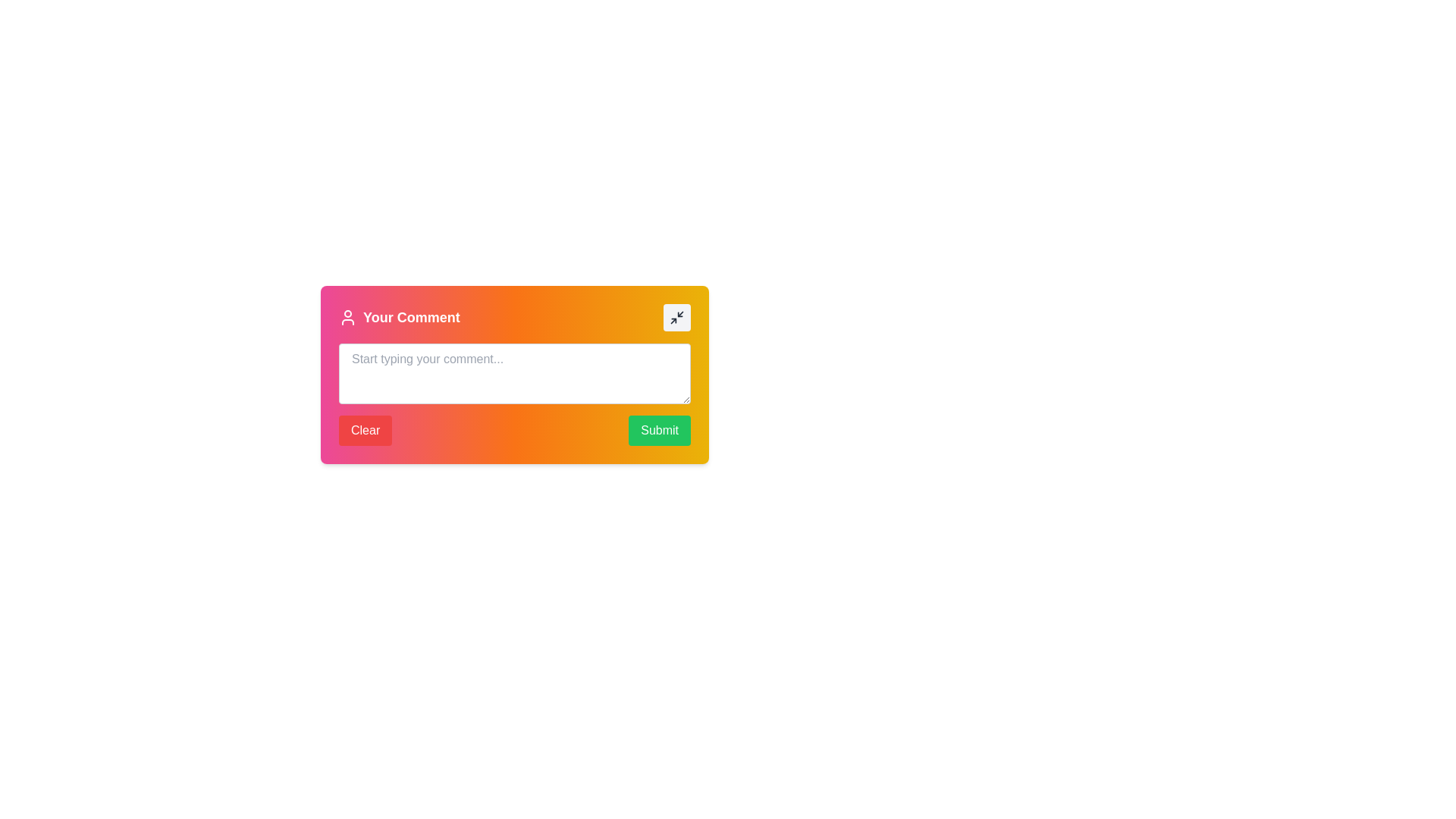 Image resolution: width=1456 pixels, height=819 pixels. What do you see at coordinates (366, 430) in the screenshot?
I see `the 'Clear' button with a red background and white text located at the bottom left of the form` at bounding box center [366, 430].